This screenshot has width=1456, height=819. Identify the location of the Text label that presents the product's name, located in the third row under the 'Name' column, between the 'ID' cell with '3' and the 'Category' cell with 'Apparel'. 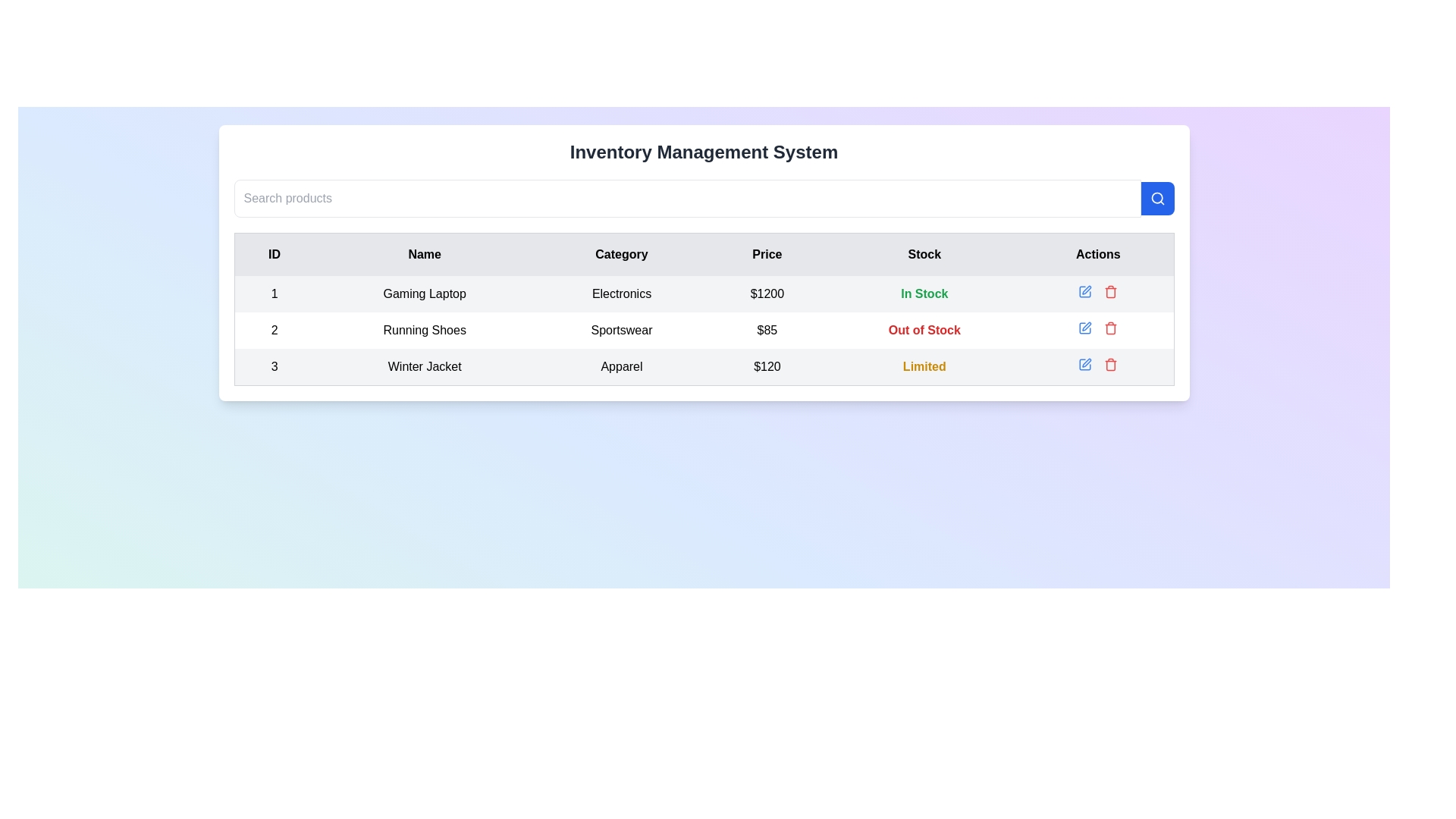
(425, 367).